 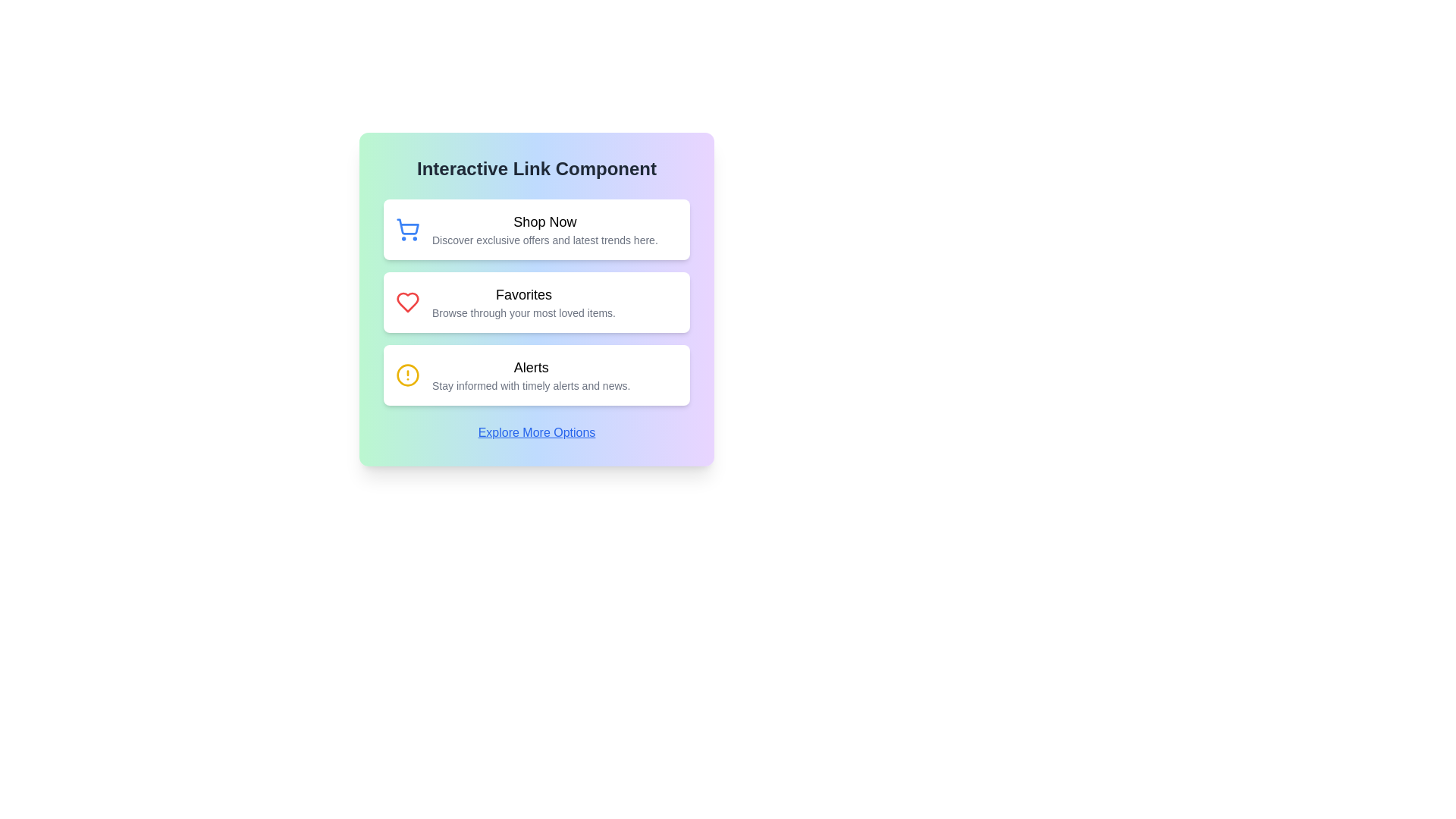 What do you see at coordinates (408, 227) in the screenshot?
I see `the shopping cart icon that visually represents the 'Shop Now' button` at bounding box center [408, 227].